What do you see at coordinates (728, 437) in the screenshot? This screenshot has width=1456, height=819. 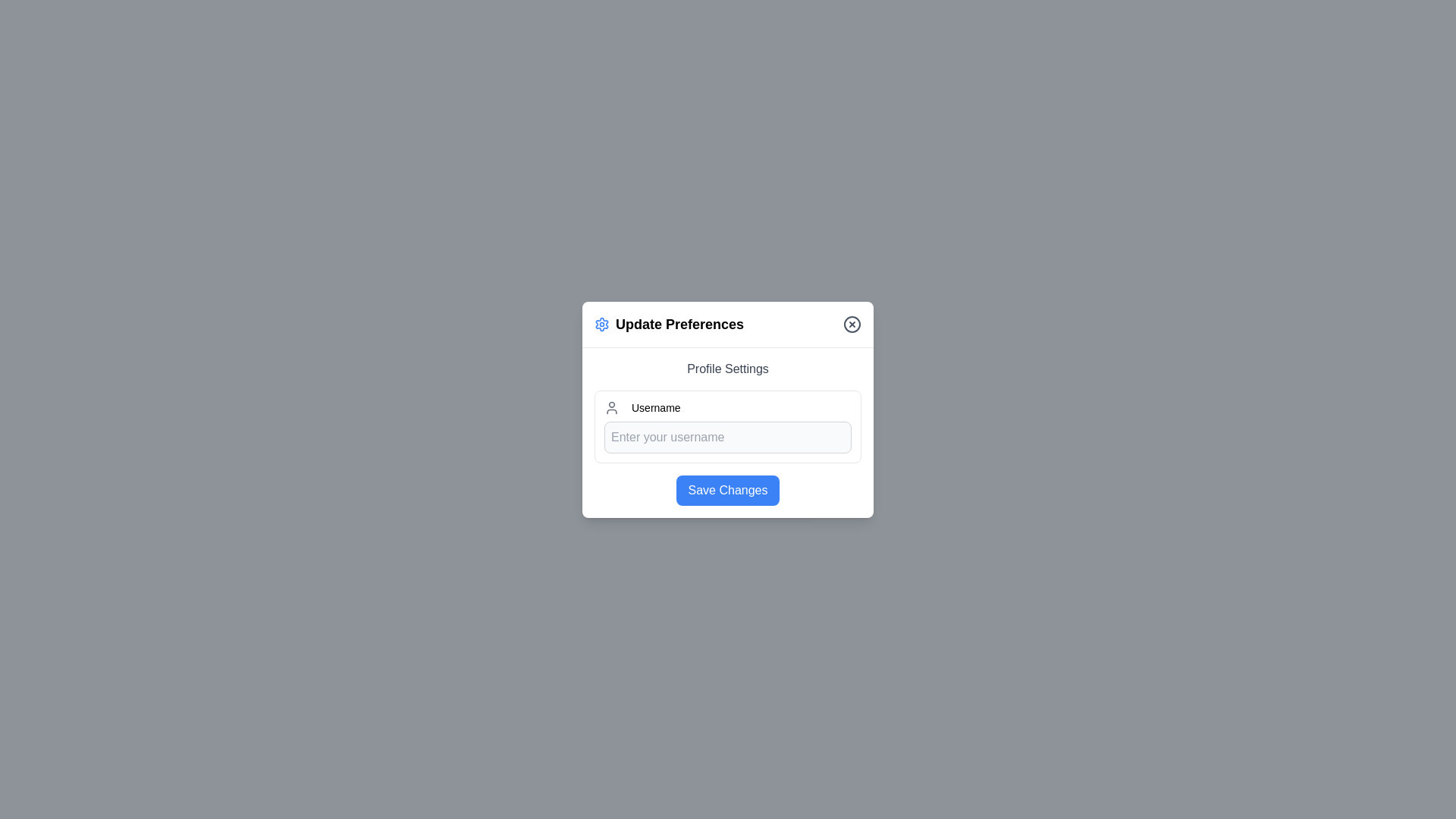 I see `the username input field and type the desired username text` at bounding box center [728, 437].